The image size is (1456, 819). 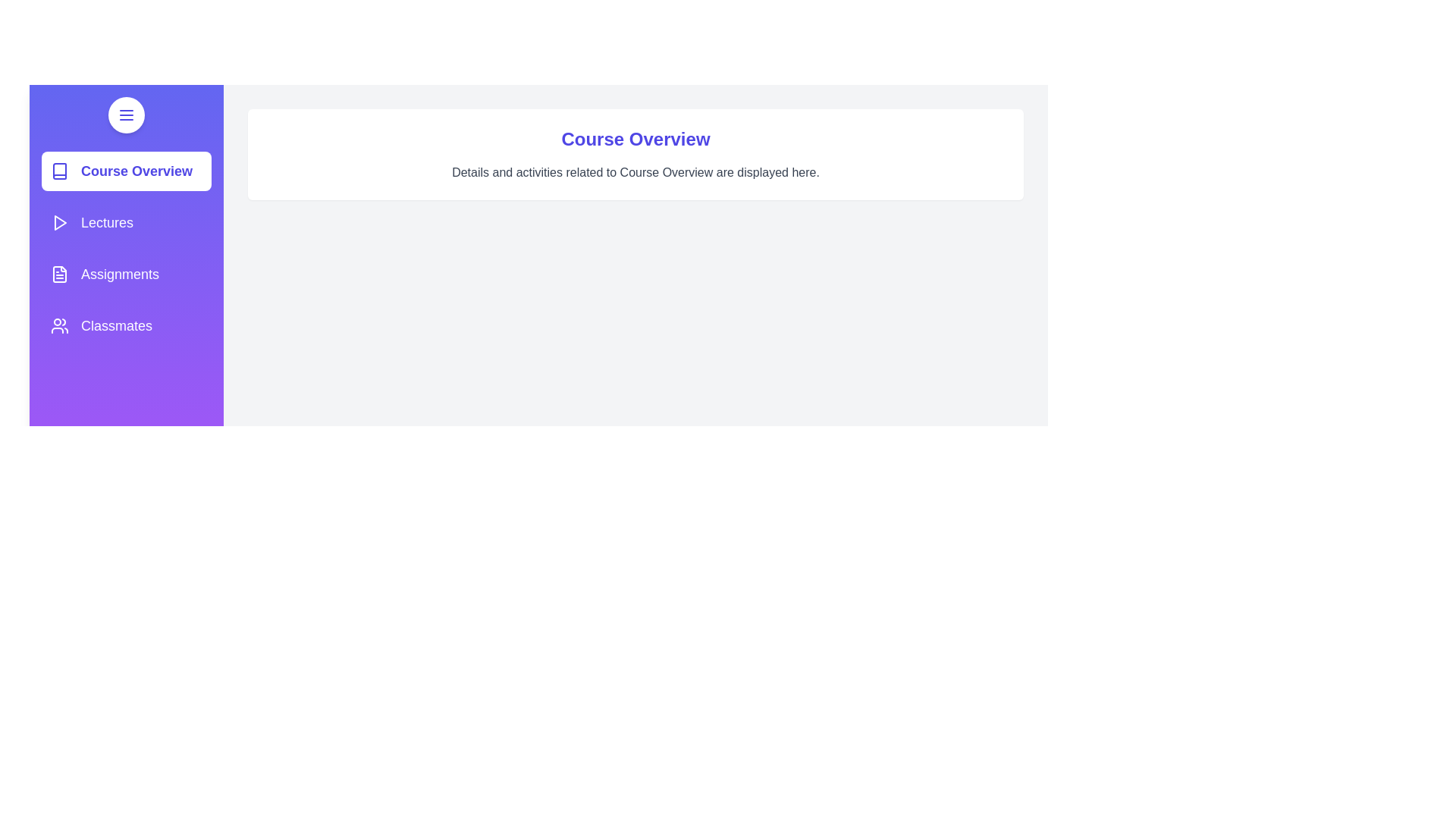 What do you see at coordinates (127, 275) in the screenshot?
I see `the menu section labeled Assignments` at bounding box center [127, 275].